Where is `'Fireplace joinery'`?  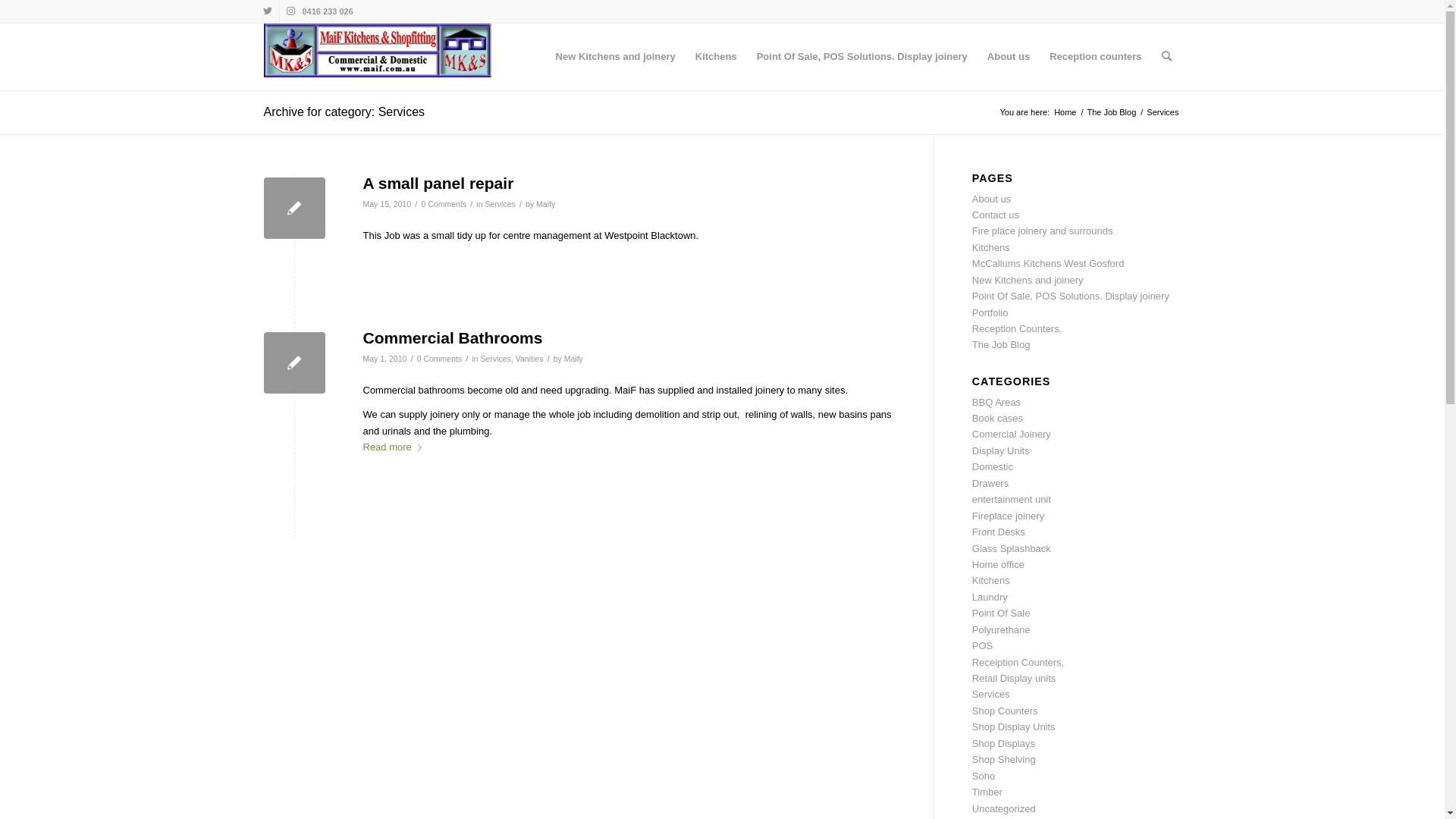
'Fireplace joinery' is located at coordinates (1008, 515).